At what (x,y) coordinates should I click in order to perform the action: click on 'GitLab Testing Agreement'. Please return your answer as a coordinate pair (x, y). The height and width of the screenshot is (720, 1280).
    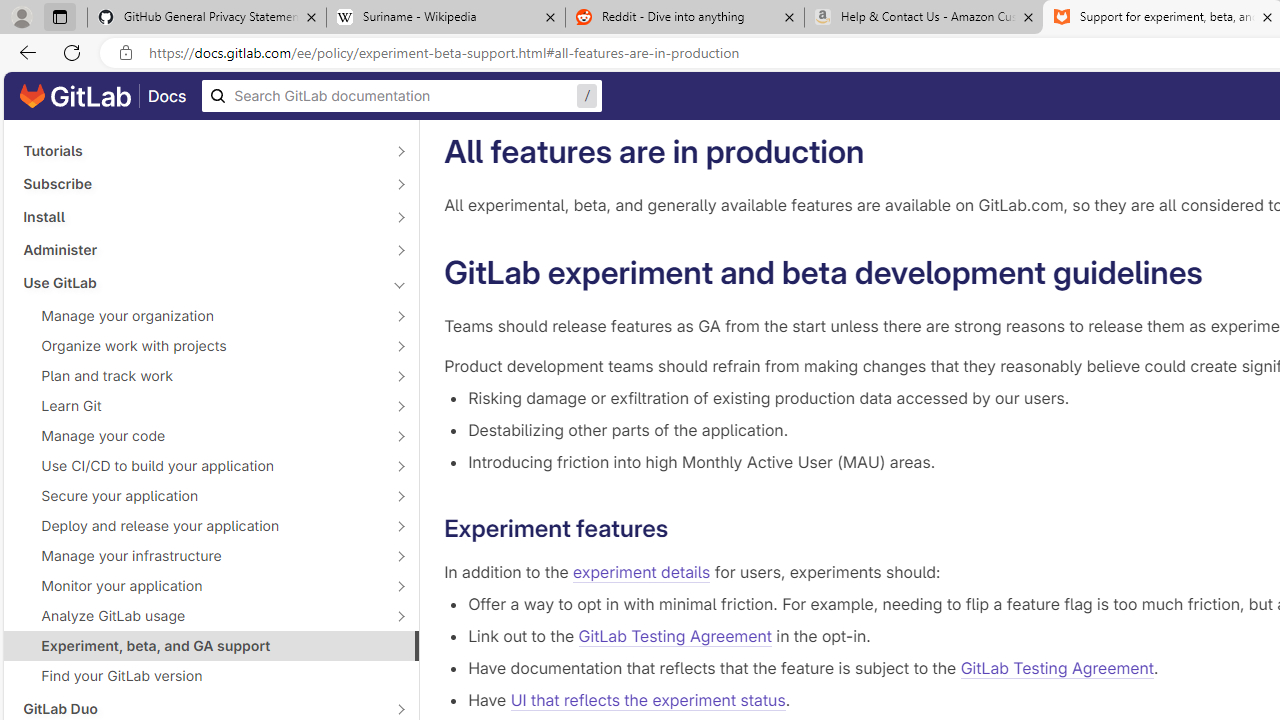
    Looking at the image, I should click on (1056, 668).